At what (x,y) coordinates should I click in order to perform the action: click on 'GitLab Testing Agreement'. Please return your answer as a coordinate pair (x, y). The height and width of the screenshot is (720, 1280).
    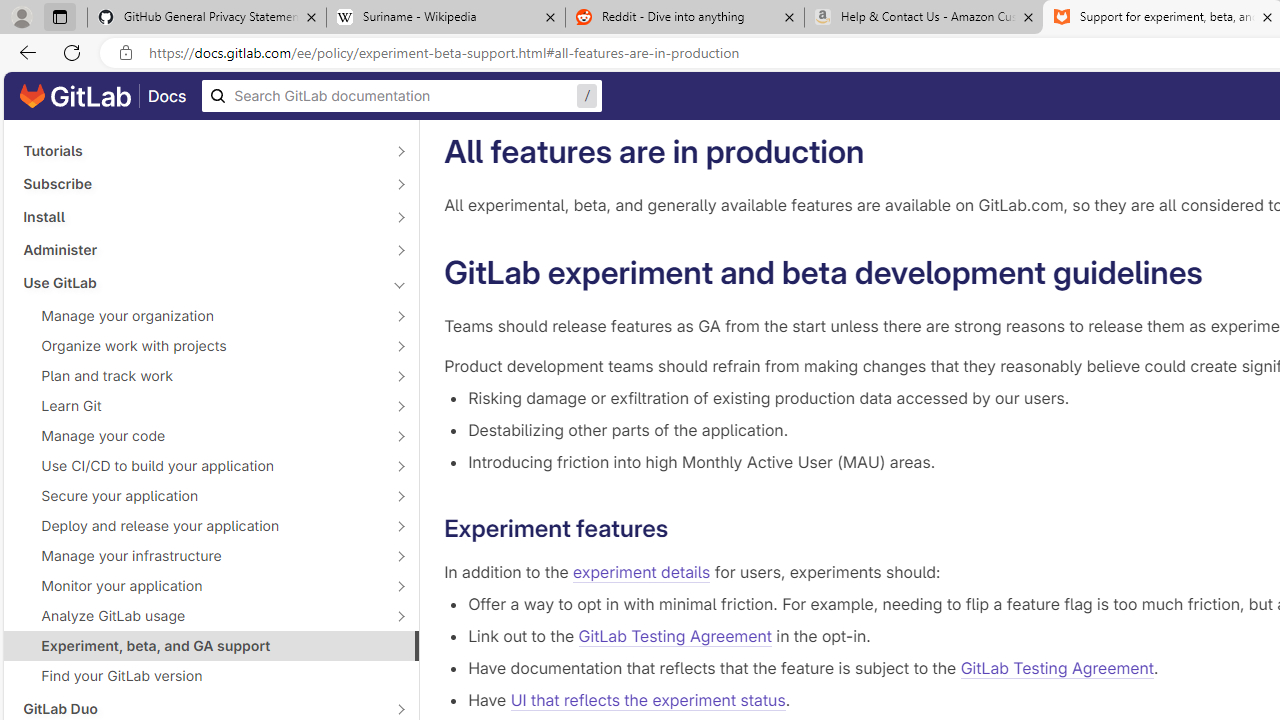
    Looking at the image, I should click on (1056, 668).